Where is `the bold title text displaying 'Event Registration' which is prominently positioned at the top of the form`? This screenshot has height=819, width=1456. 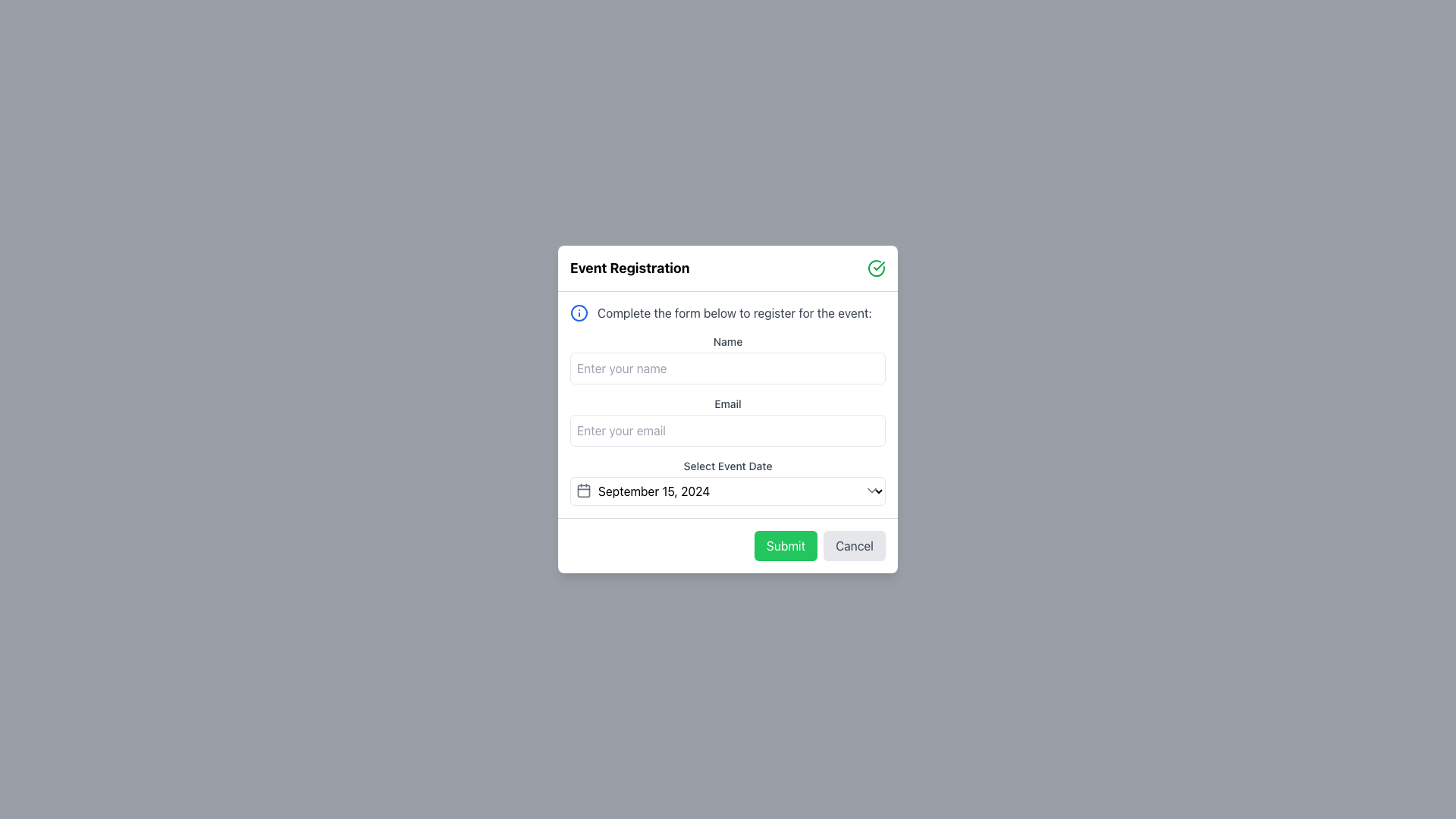 the bold title text displaying 'Event Registration' which is prominently positioned at the top of the form is located at coordinates (629, 268).